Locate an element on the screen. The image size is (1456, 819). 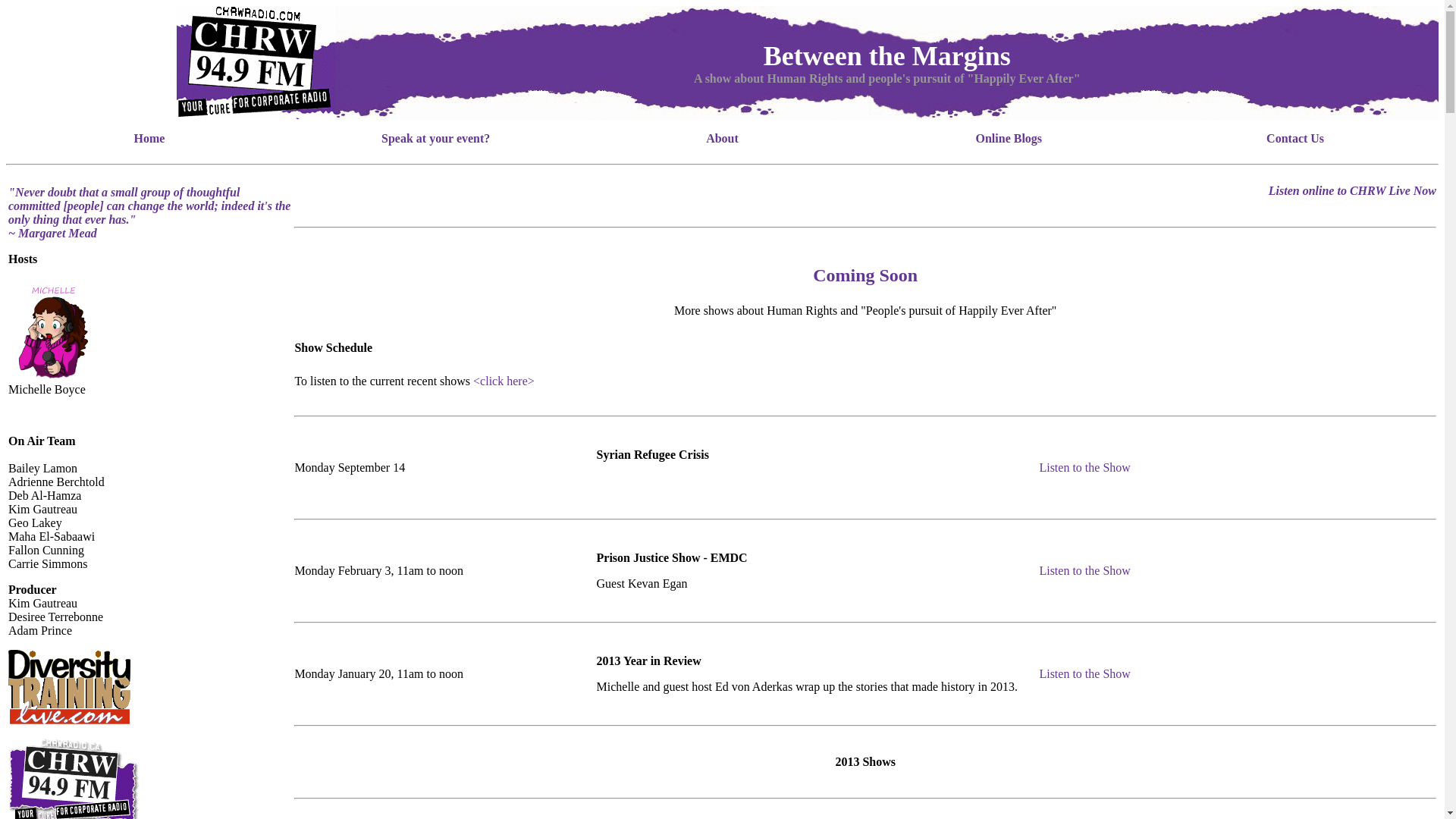
'Online Blogs' is located at coordinates (1008, 138).